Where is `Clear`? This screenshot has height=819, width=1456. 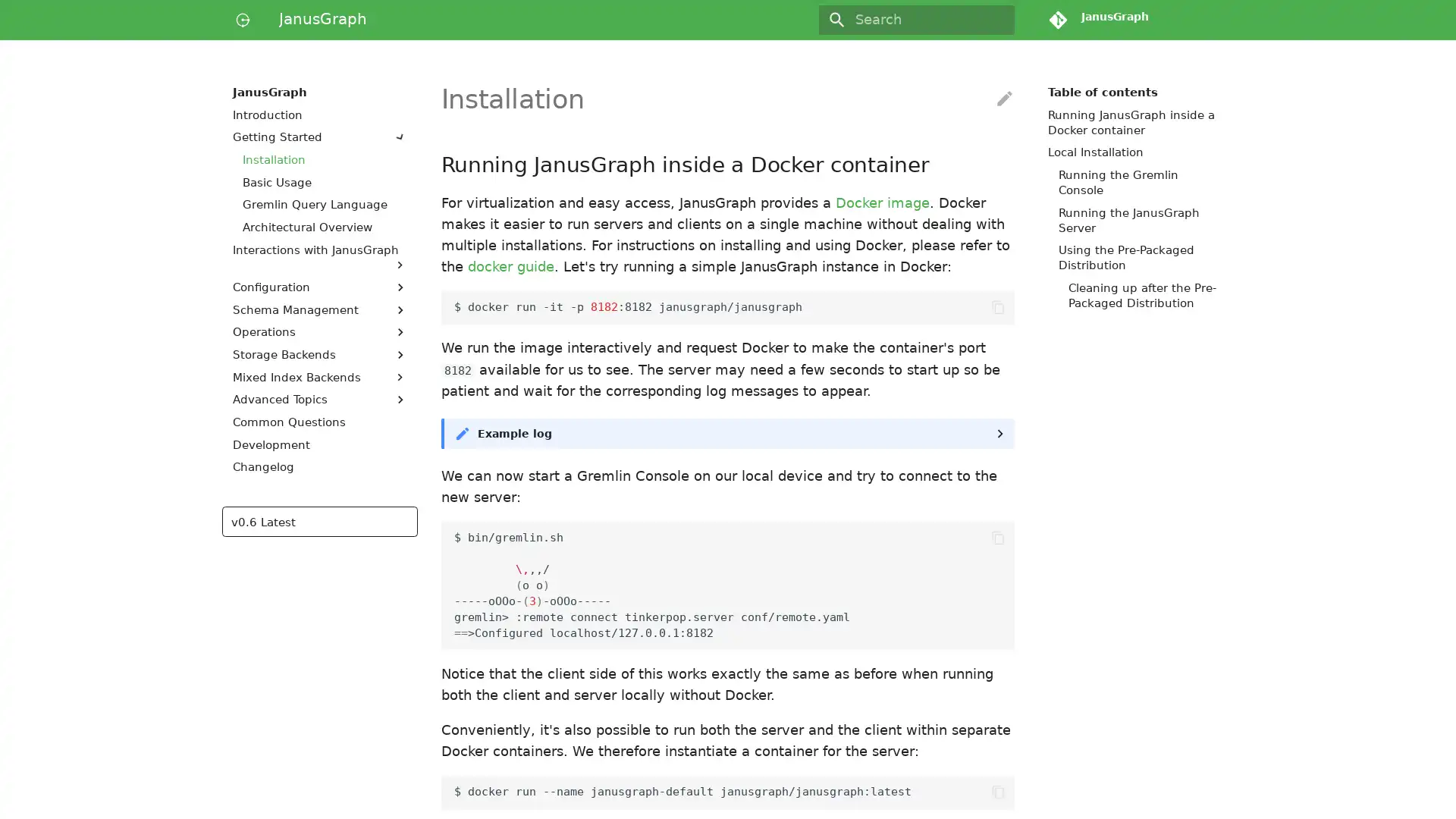 Clear is located at coordinates (996, 20).